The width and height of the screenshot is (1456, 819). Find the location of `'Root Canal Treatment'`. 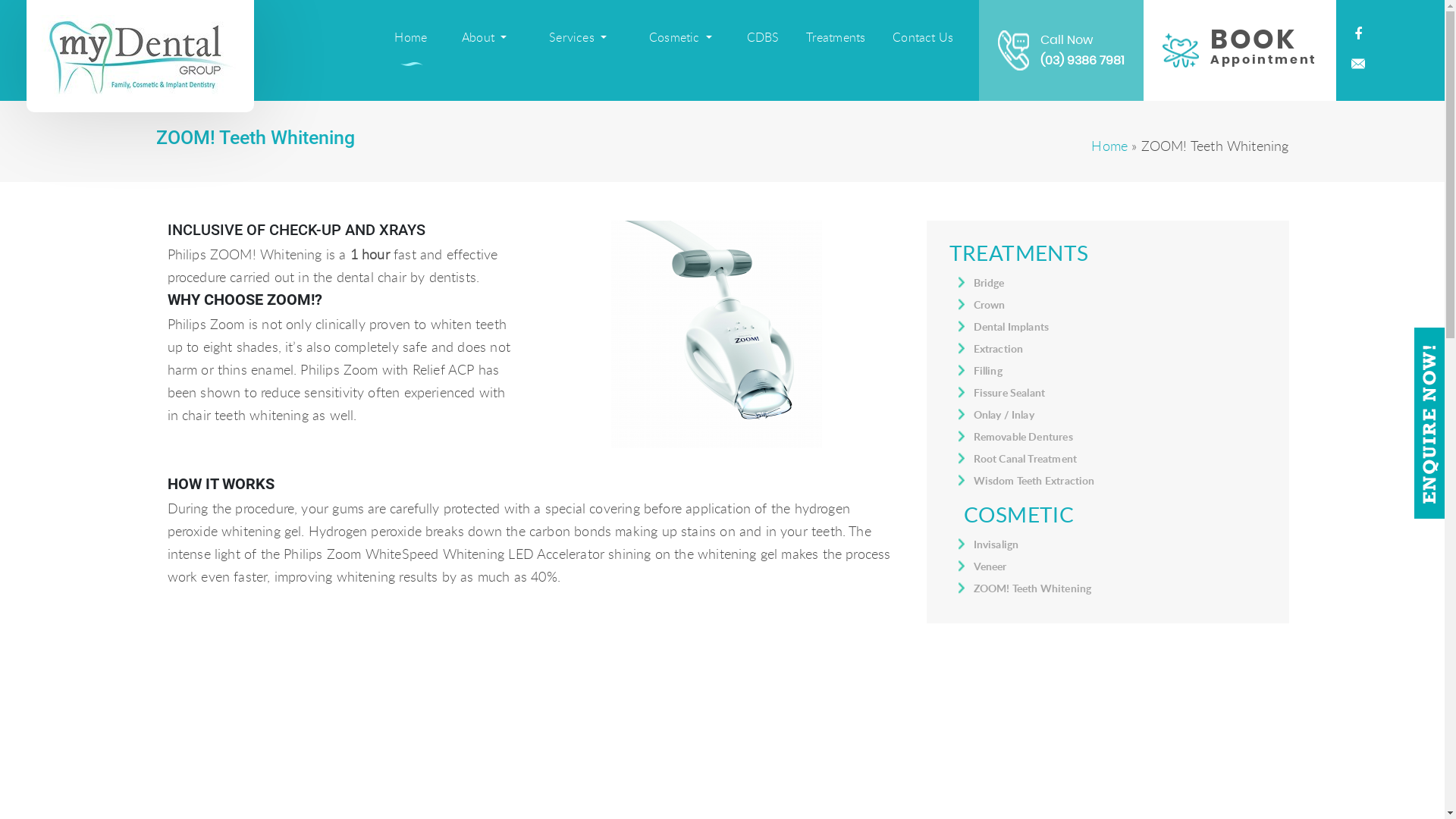

'Root Canal Treatment' is located at coordinates (1025, 457).